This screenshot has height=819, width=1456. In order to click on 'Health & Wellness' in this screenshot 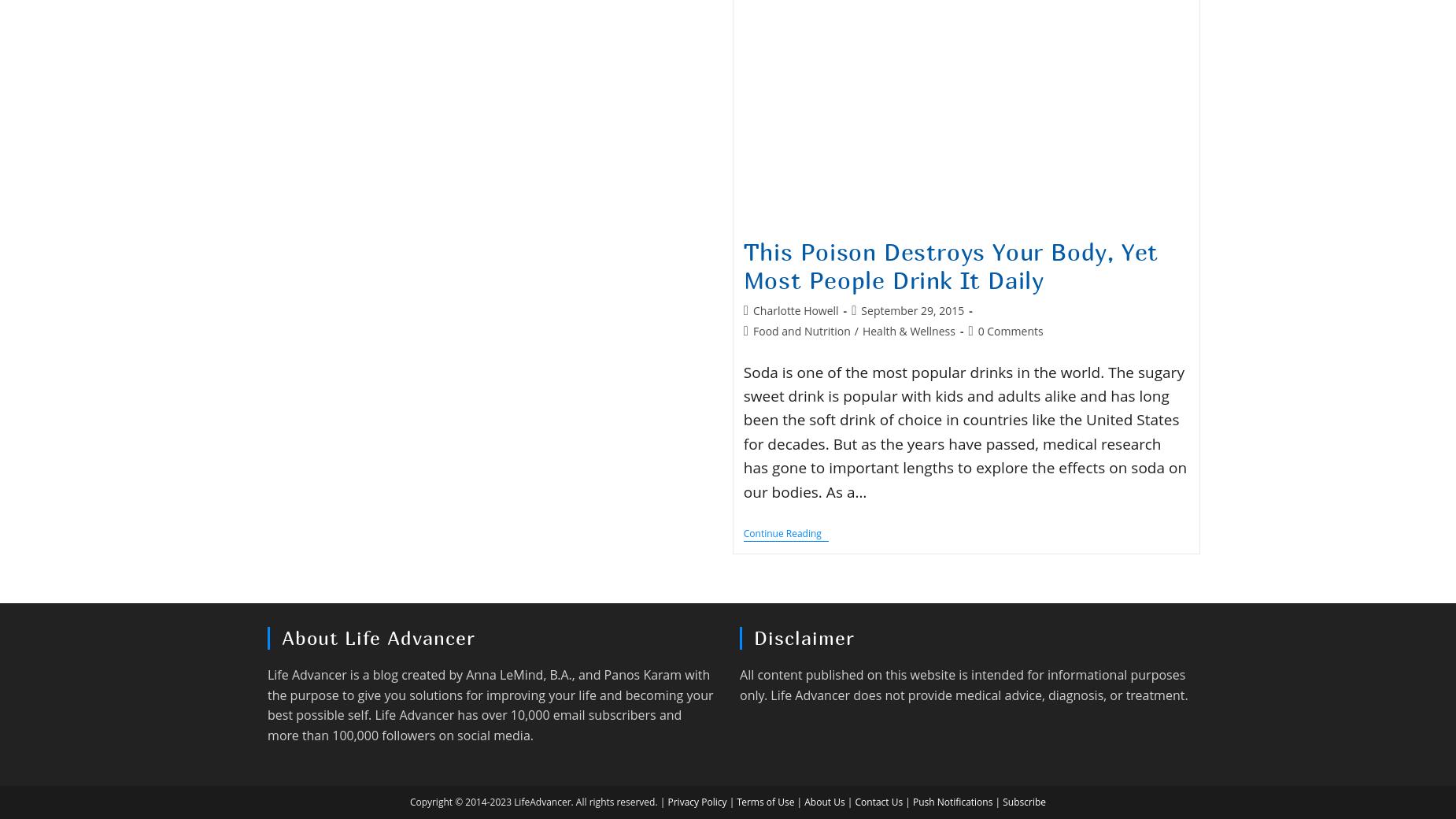, I will do `click(907, 330)`.